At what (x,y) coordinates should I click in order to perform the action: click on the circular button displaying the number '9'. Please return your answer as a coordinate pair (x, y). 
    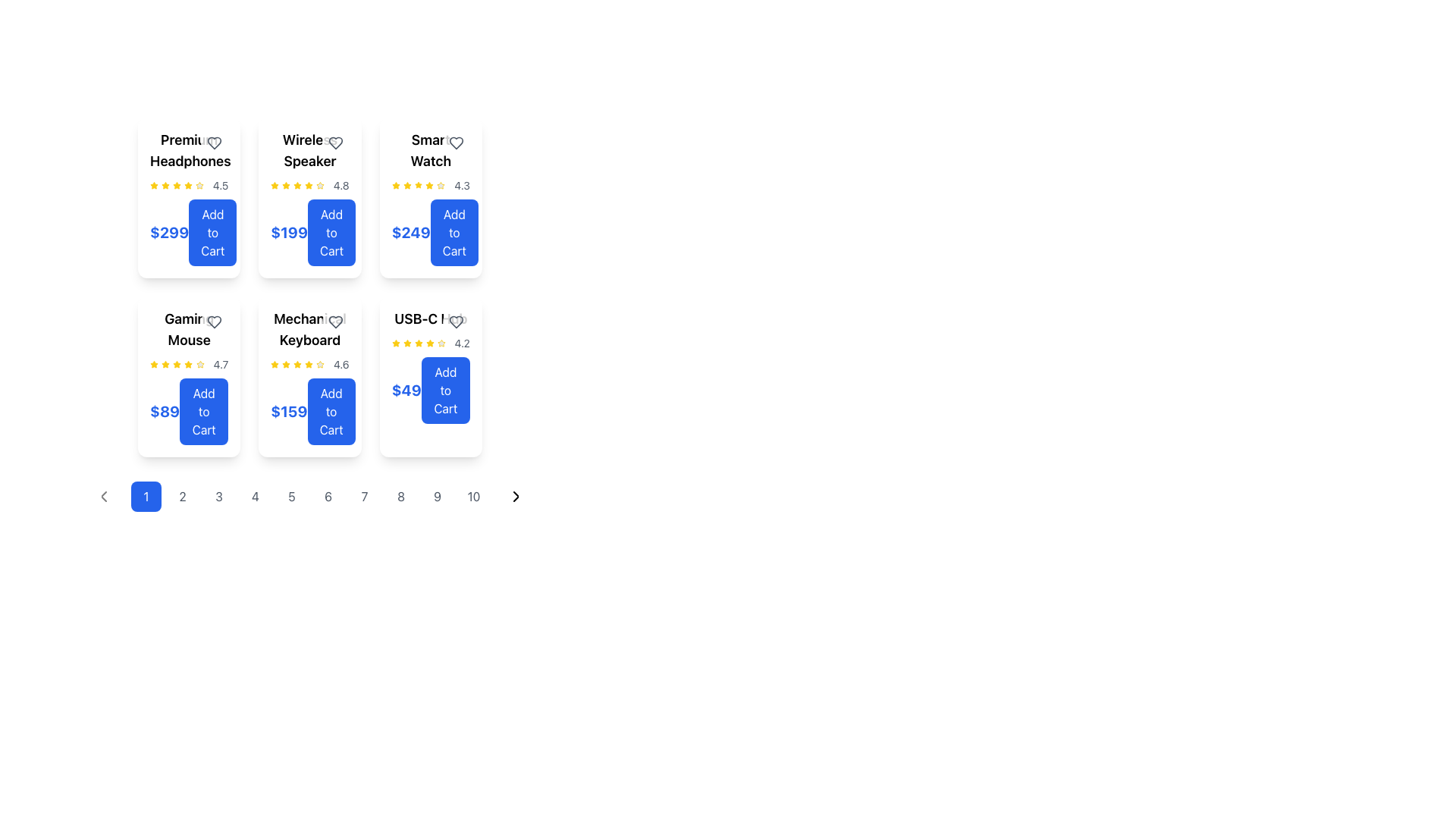
    Looking at the image, I should click on (436, 497).